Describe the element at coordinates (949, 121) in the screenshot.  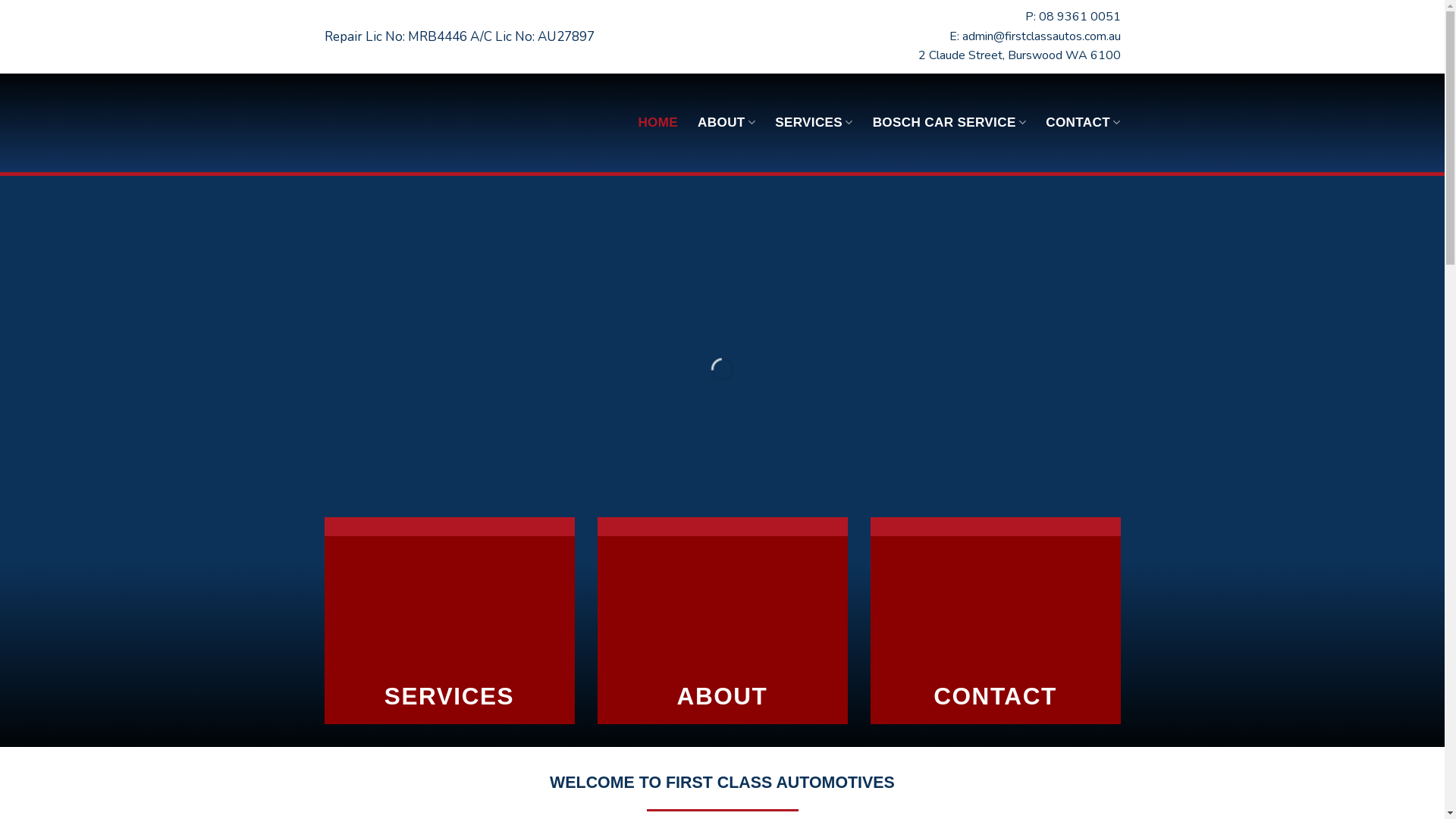
I see `'BOSCH CAR SERVICE'` at that location.